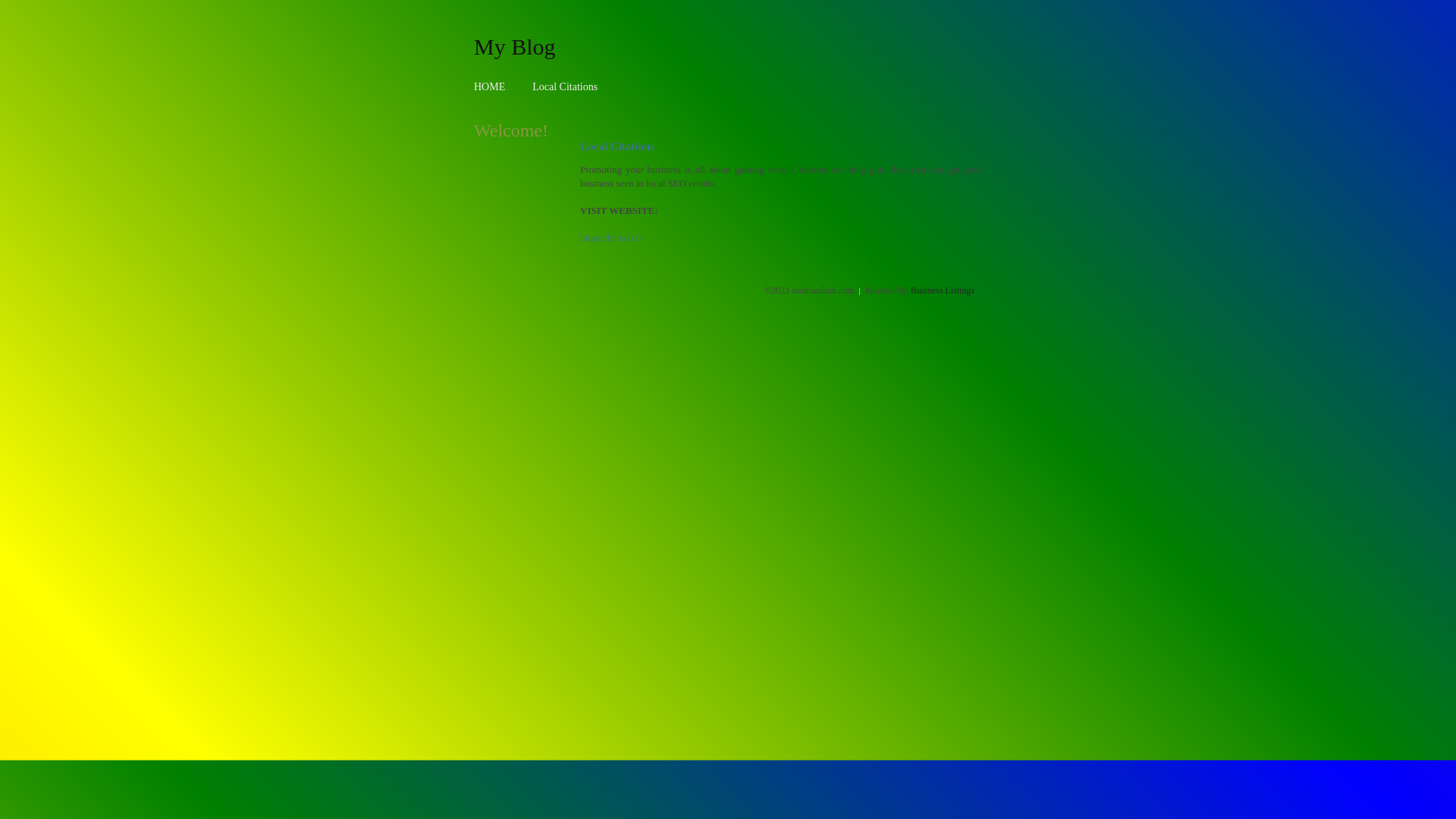 This screenshot has width=1456, height=819. What do you see at coordinates (472, 86) in the screenshot?
I see `'HOME'` at bounding box center [472, 86].